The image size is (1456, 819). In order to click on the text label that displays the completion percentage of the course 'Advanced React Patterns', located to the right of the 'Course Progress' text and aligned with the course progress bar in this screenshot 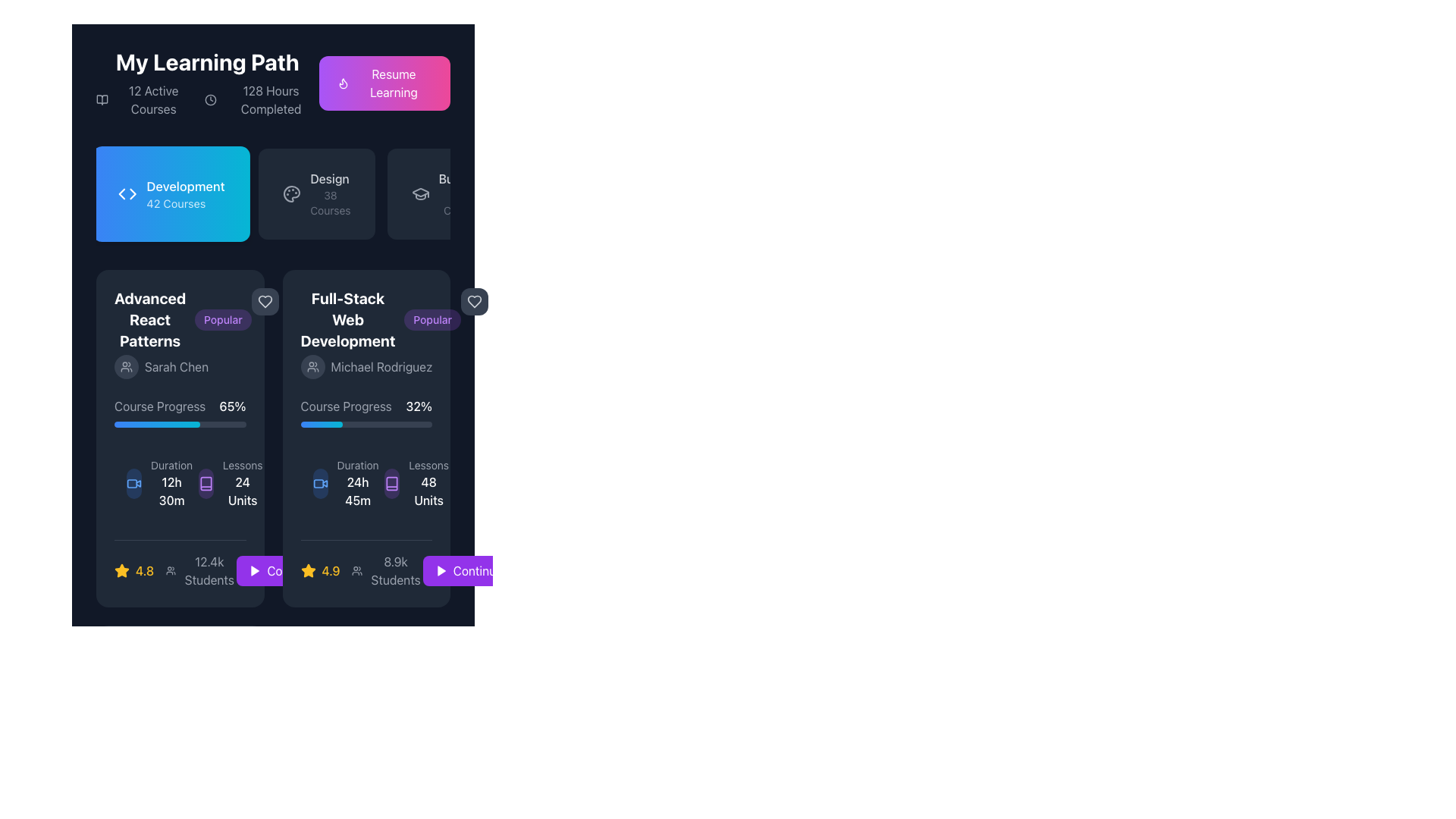, I will do `click(232, 406)`.